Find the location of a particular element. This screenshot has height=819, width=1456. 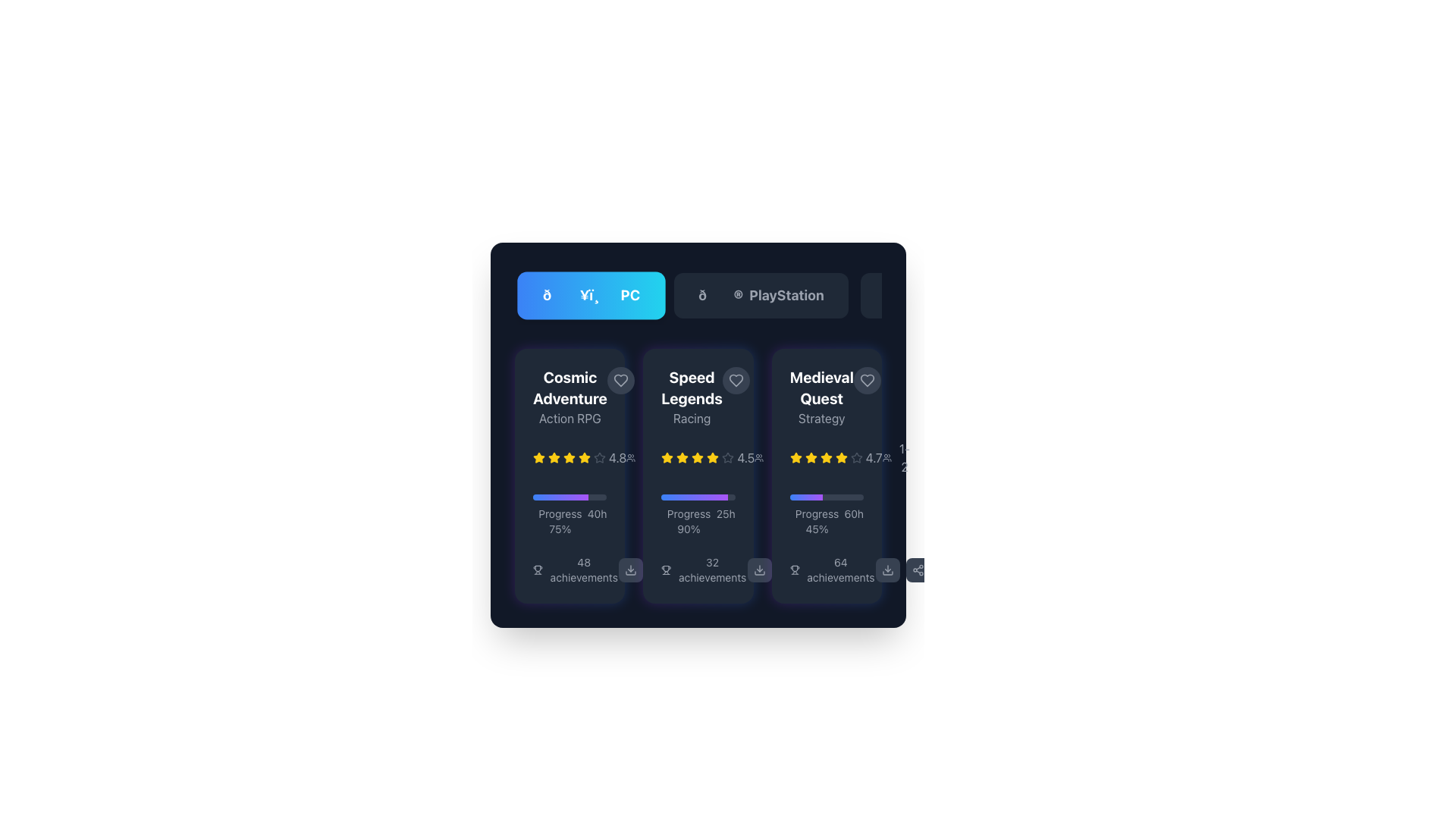

the fifth star icon representing the rating of 'Medieval Quest', which is styled with a yellow fill and black stroke outlines, located in the middle-right section of the game's rating component is located at coordinates (825, 457).